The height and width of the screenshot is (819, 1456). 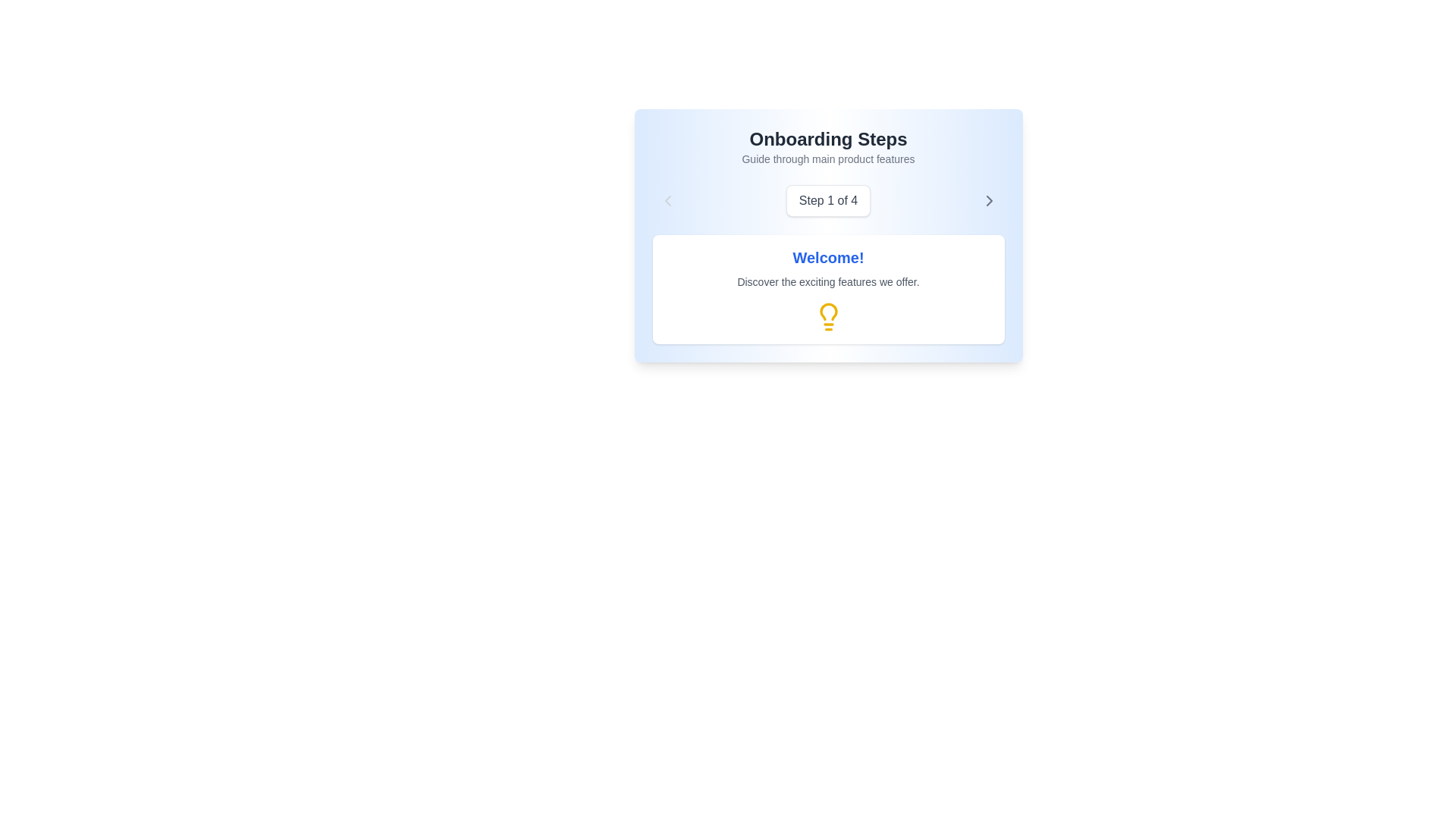 I want to click on the onboarding guide card that displays the current step in a multi-step process and a welcoming message to the user, so click(x=827, y=236).